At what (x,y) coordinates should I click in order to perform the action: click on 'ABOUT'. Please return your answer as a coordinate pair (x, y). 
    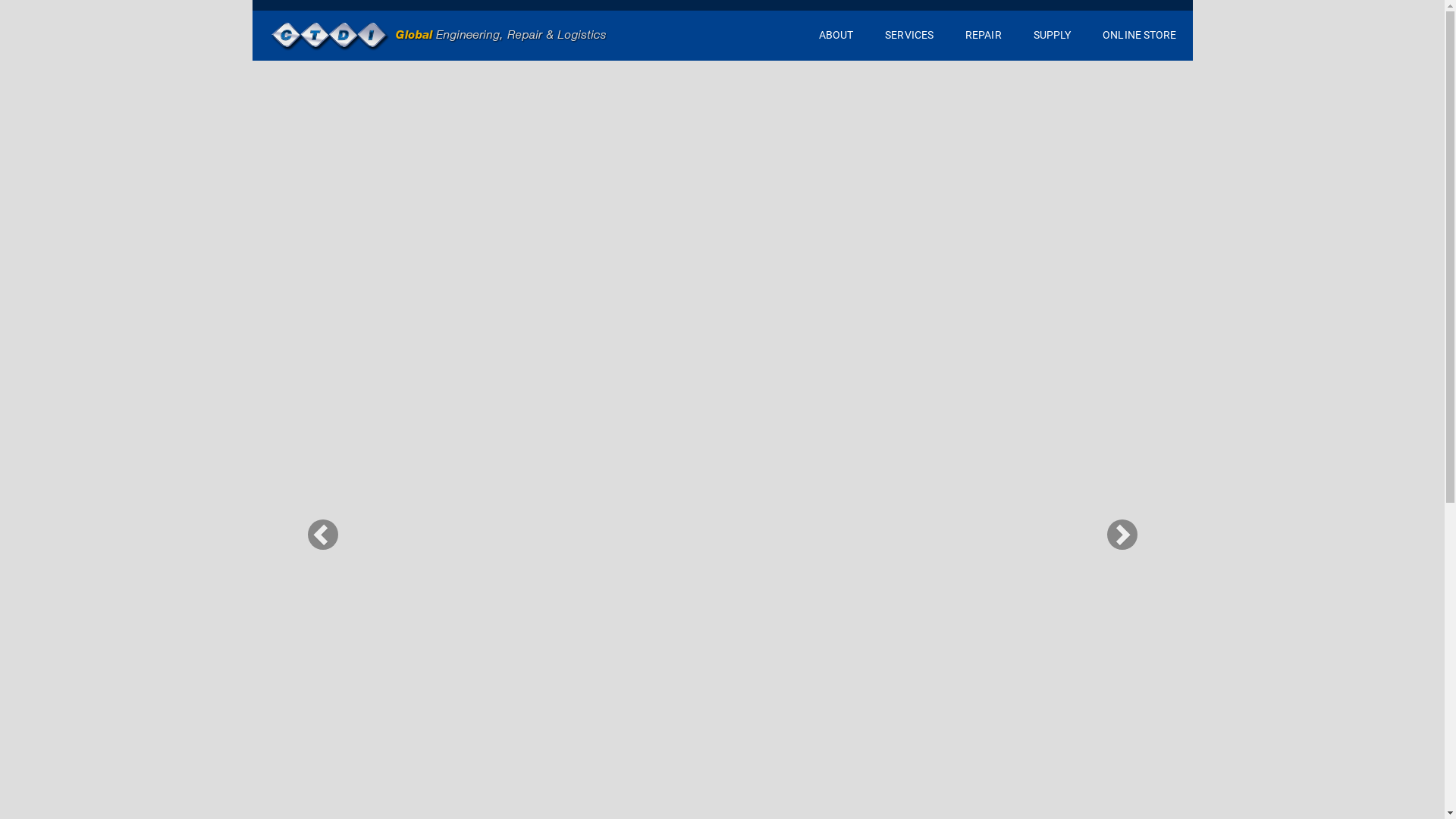
    Looking at the image, I should click on (836, 34).